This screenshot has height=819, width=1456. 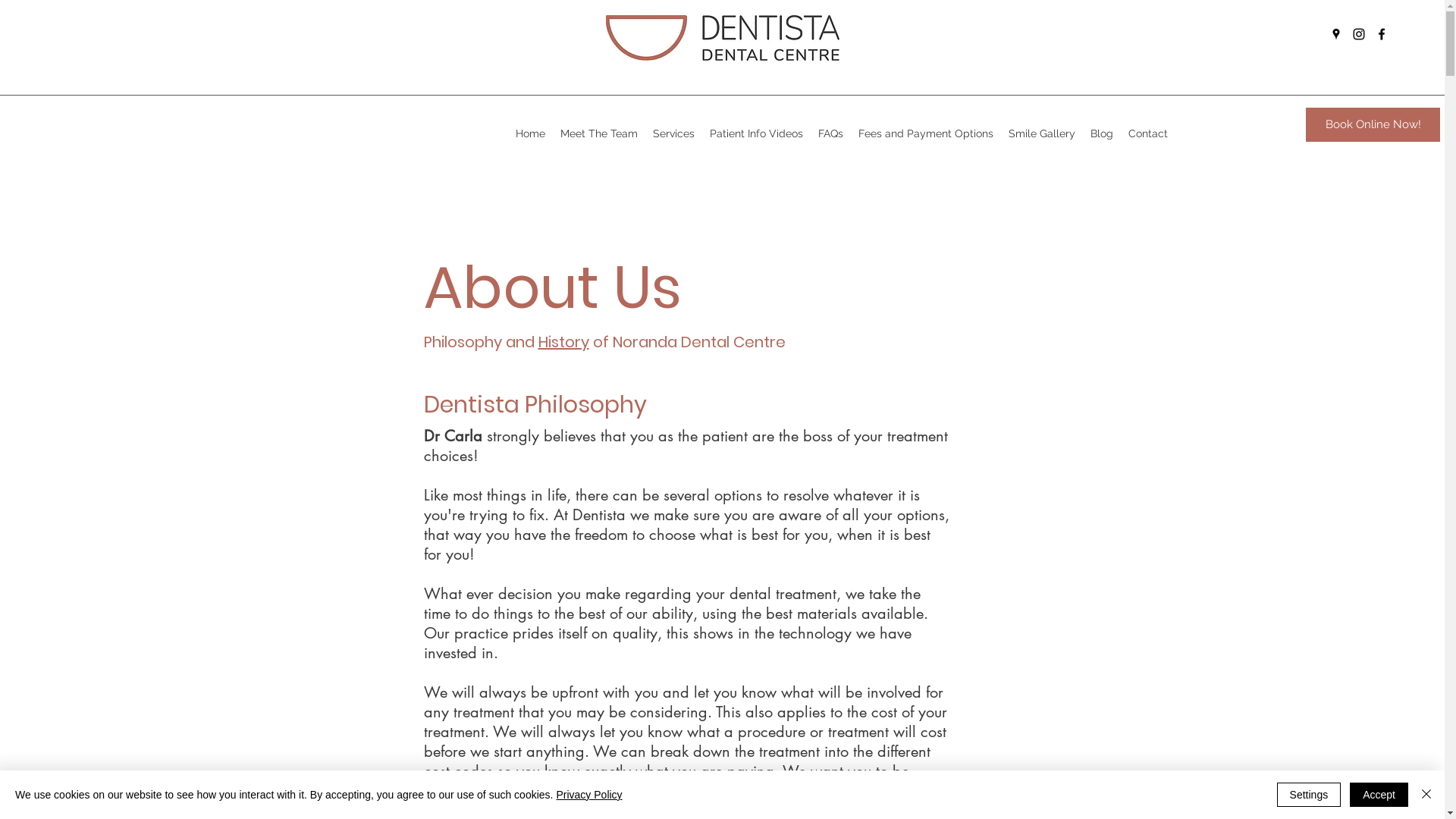 I want to click on 'Privacy Policy', so click(x=588, y=794).